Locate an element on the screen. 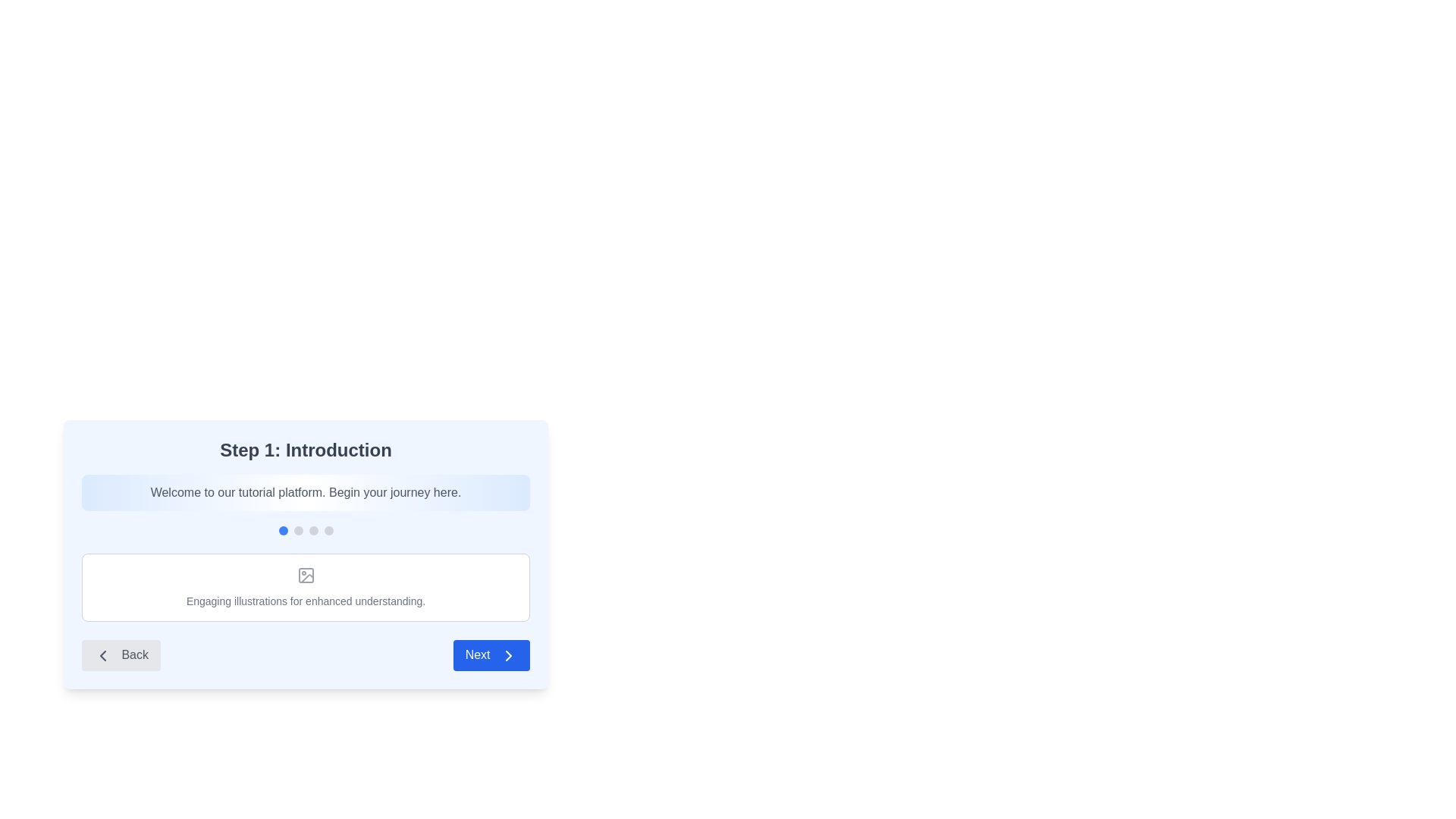 The width and height of the screenshot is (1456, 819). the visual style of the second step indicator dot in the multi-step process located centrally at the bottom section of the card-like interface is located at coordinates (298, 529).